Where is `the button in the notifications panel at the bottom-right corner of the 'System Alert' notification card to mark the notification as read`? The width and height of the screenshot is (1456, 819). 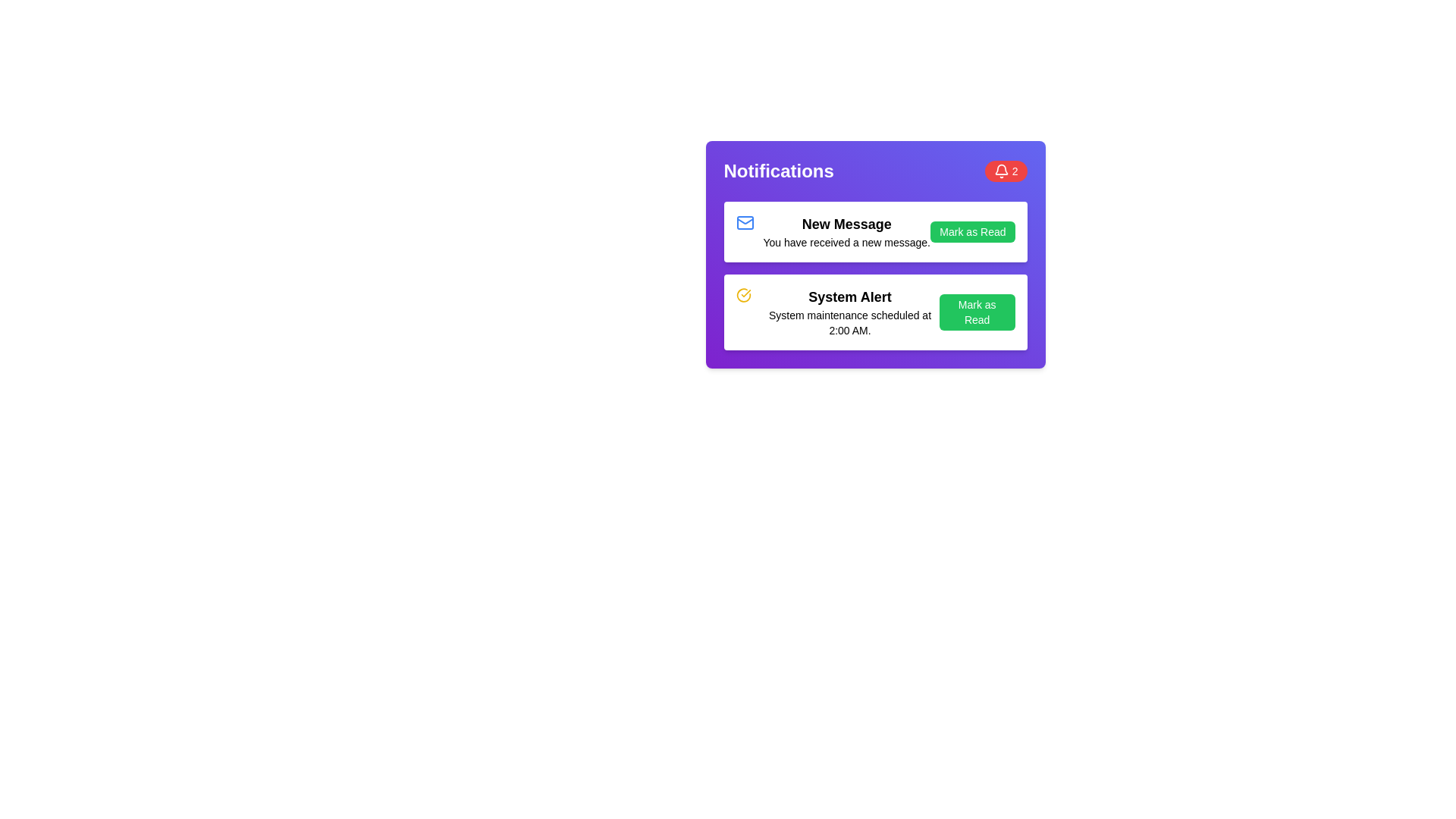 the button in the notifications panel at the bottom-right corner of the 'System Alert' notification card to mark the notification as read is located at coordinates (977, 312).